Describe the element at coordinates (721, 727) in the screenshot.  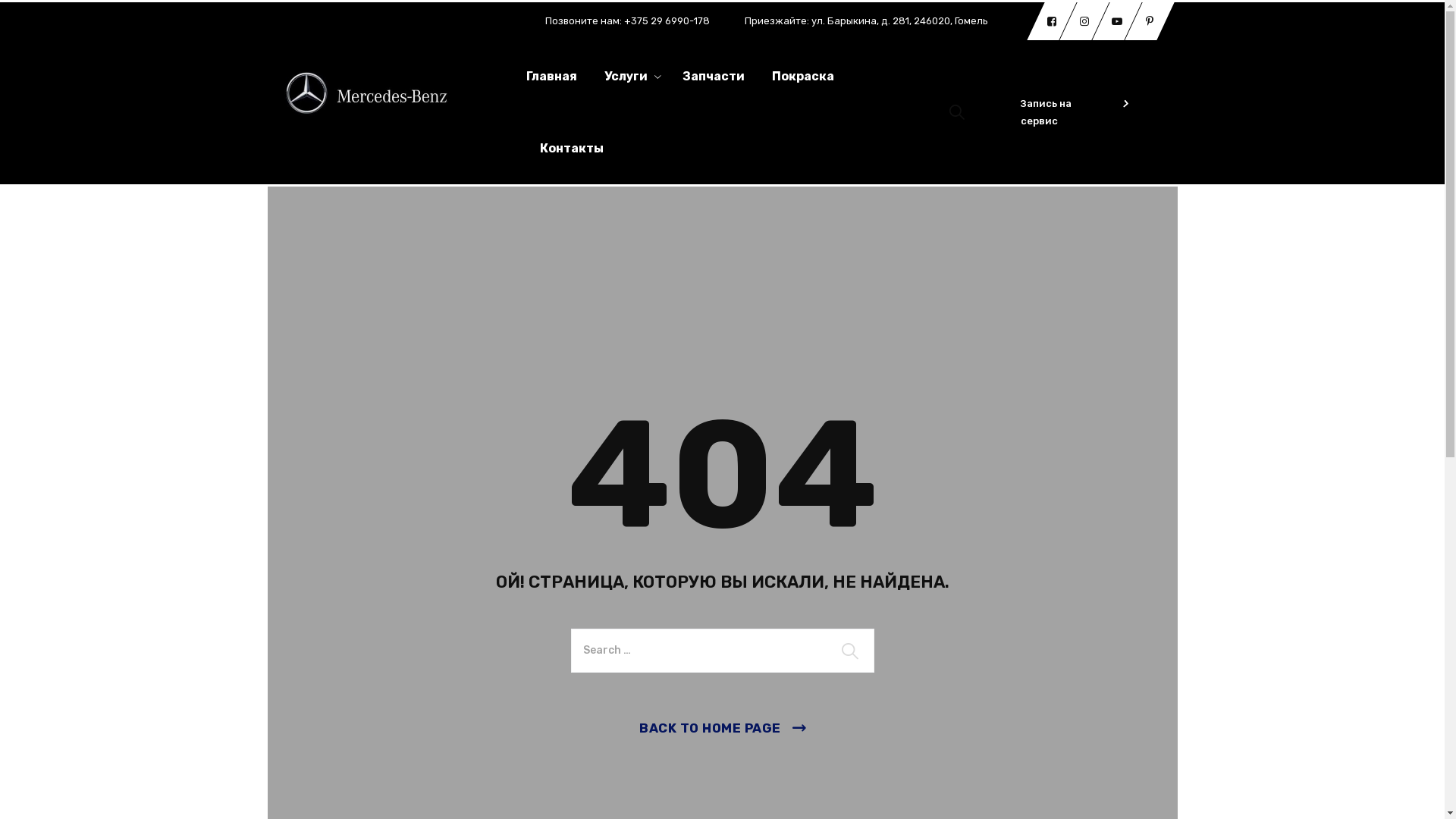
I see `'BACK TO HOME PAGE'` at that location.